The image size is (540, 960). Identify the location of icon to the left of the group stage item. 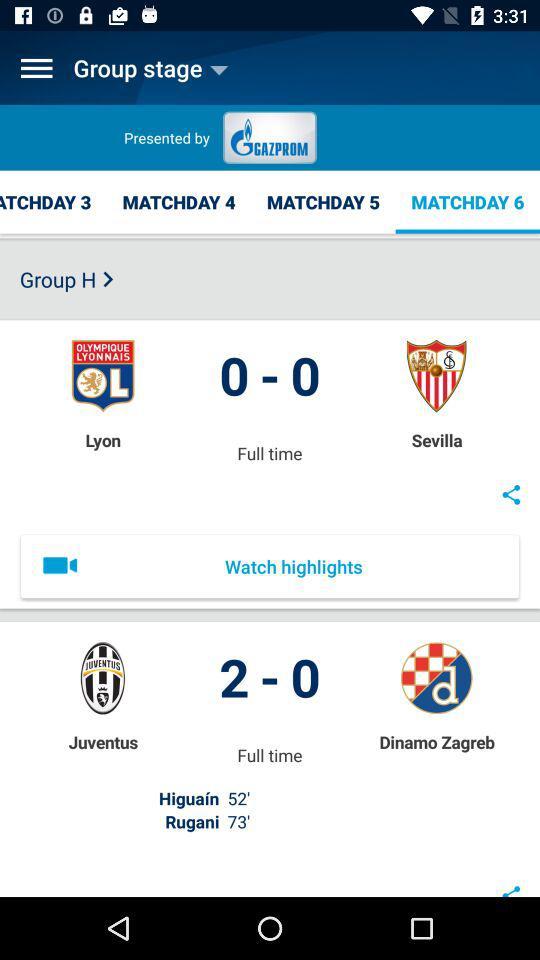
(36, 68).